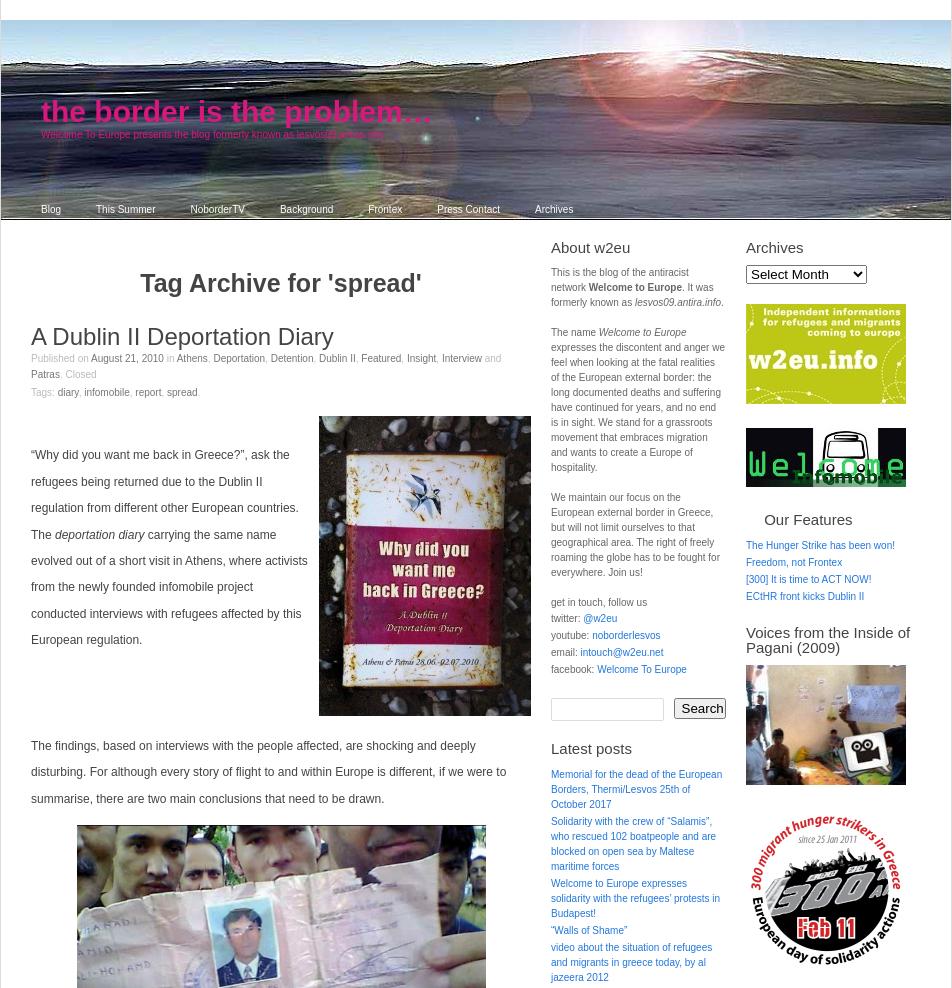 The height and width of the screenshot is (988, 952). Describe the element at coordinates (565, 651) in the screenshot. I see `'email:'` at that location.